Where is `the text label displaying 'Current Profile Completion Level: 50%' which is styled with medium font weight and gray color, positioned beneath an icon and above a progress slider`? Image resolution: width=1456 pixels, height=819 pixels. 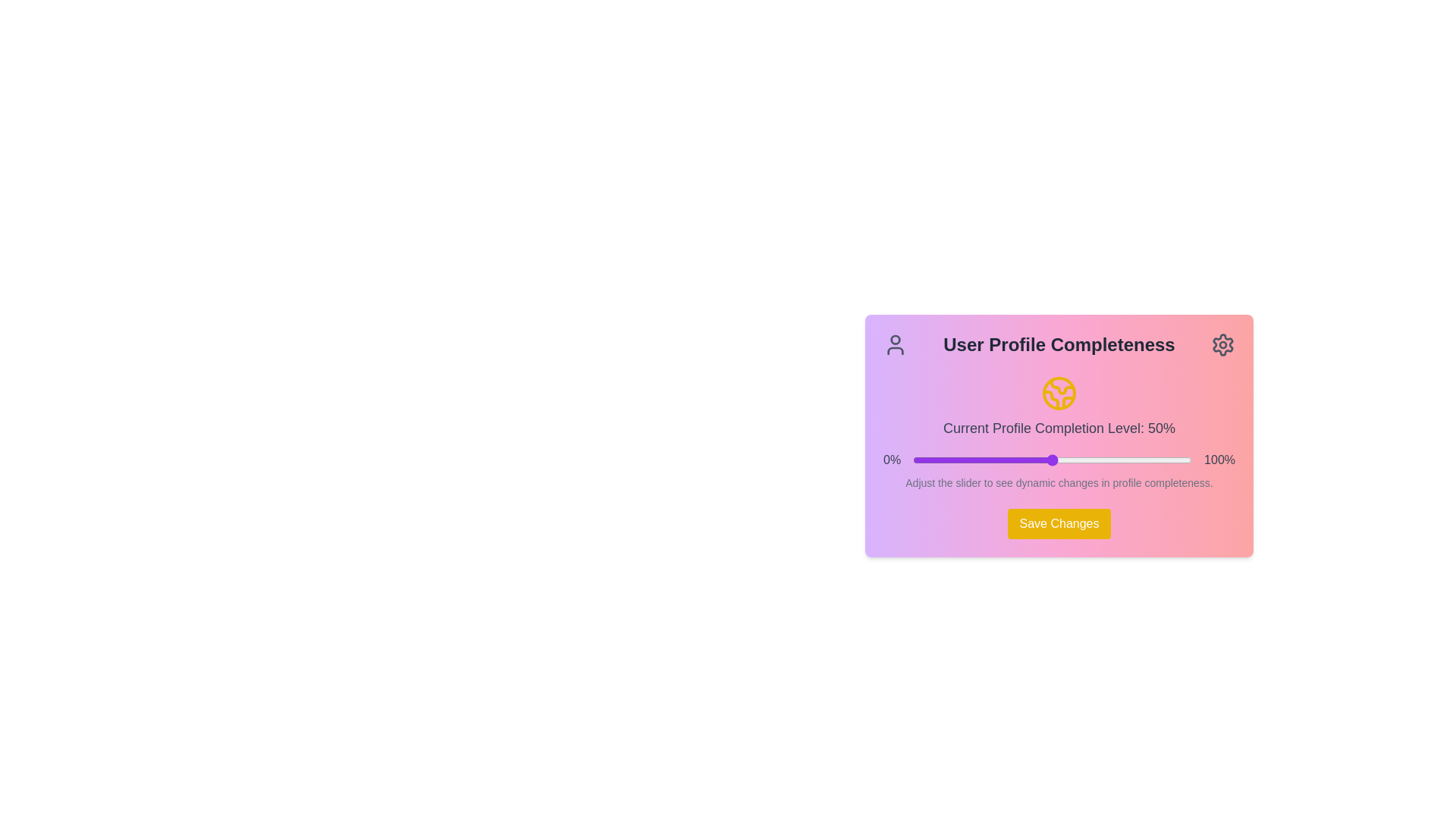
the text label displaying 'Current Profile Completion Level: 50%' which is styled with medium font weight and gray color, positioned beneath an icon and above a progress slider is located at coordinates (1058, 428).